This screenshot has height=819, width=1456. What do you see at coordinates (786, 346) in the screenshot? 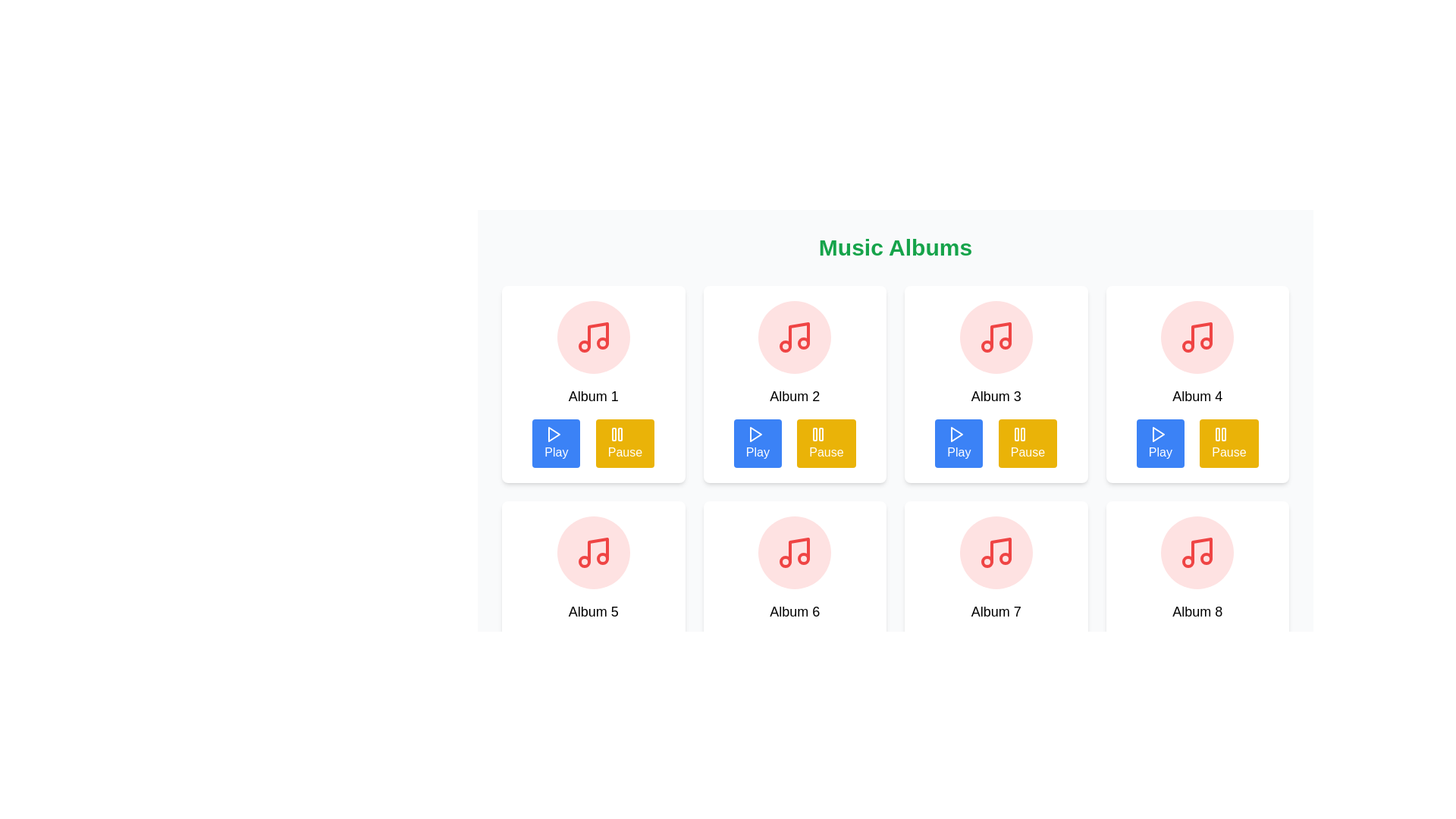
I see `the second circle of the SVG musical note icon, which enhances its visual appearance` at bounding box center [786, 346].